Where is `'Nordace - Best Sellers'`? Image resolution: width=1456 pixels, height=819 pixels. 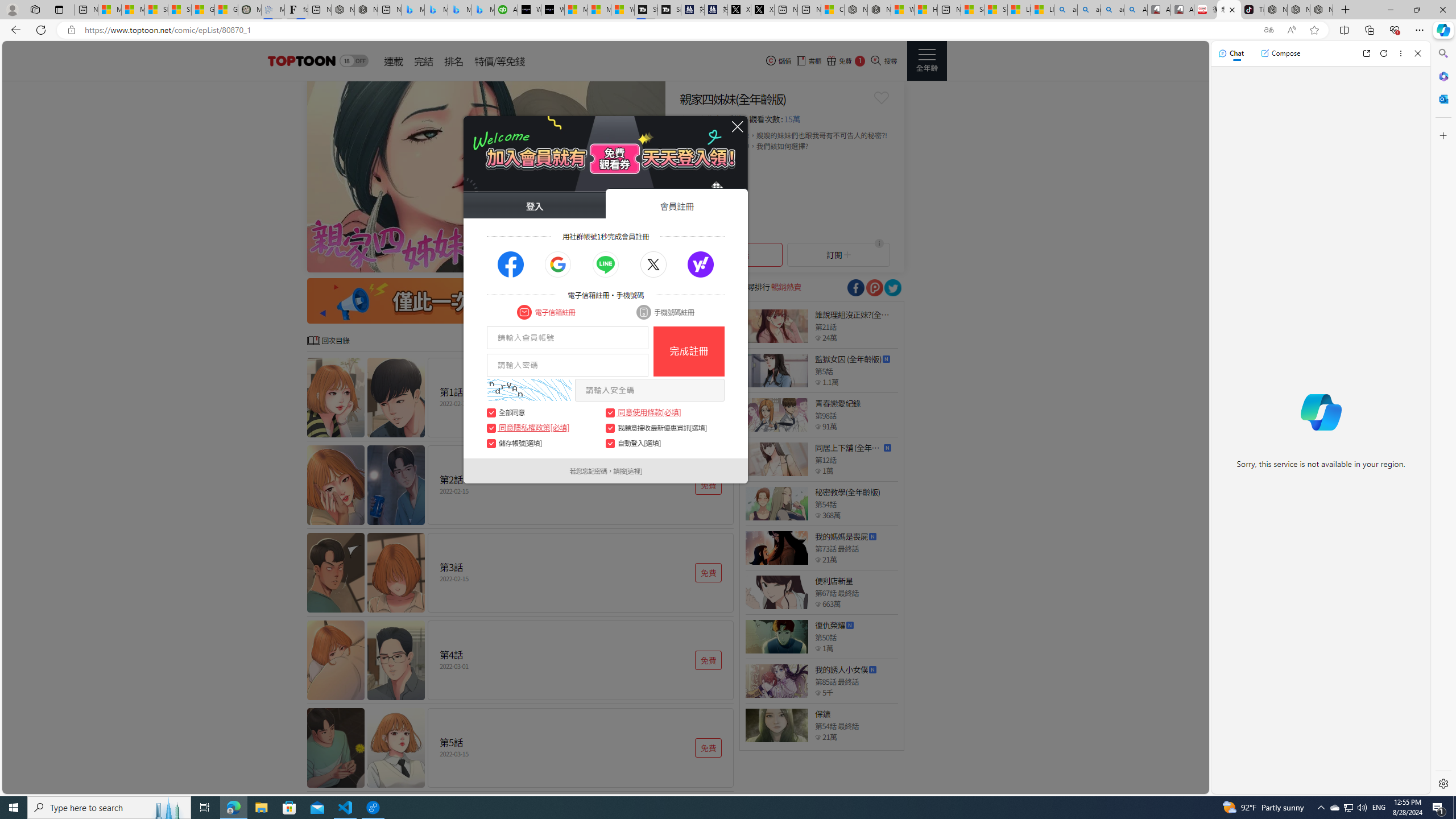 'Nordace - Best Sellers' is located at coordinates (1275, 9).